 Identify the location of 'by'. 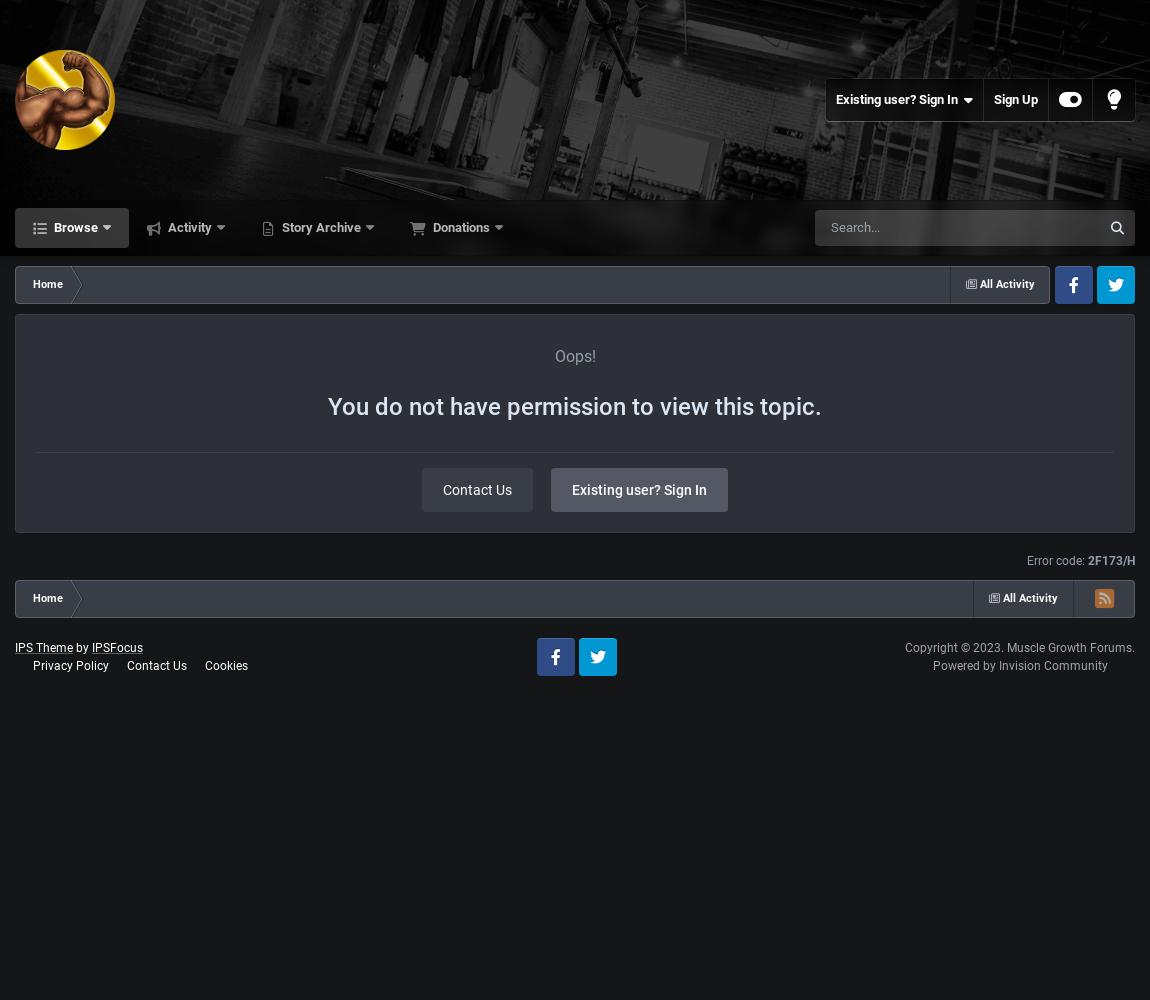
(72, 647).